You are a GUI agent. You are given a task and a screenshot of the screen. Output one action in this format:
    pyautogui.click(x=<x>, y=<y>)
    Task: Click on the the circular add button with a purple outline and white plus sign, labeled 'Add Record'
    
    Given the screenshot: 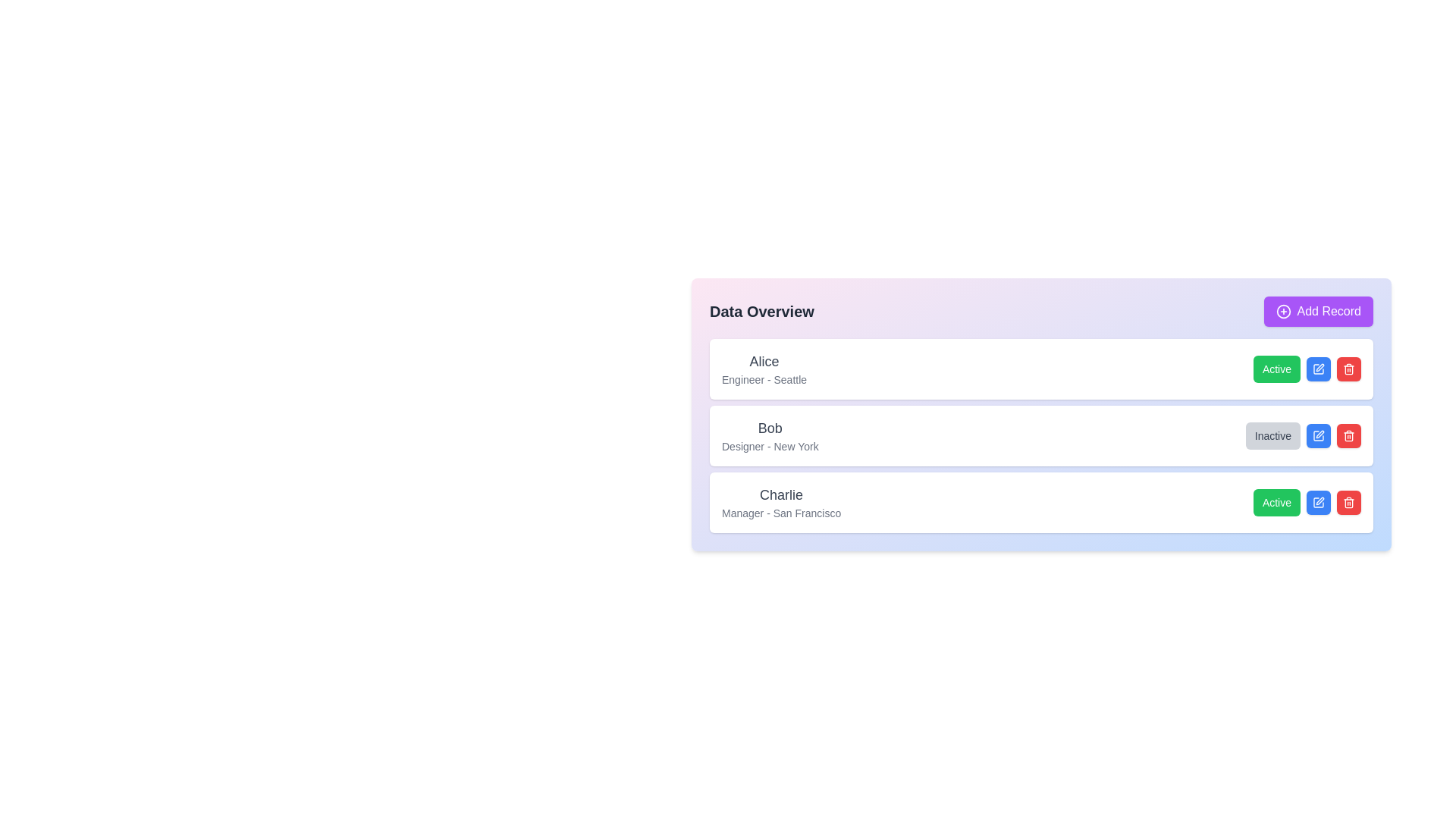 What is the action you would take?
    pyautogui.click(x=1282, y=311)
    